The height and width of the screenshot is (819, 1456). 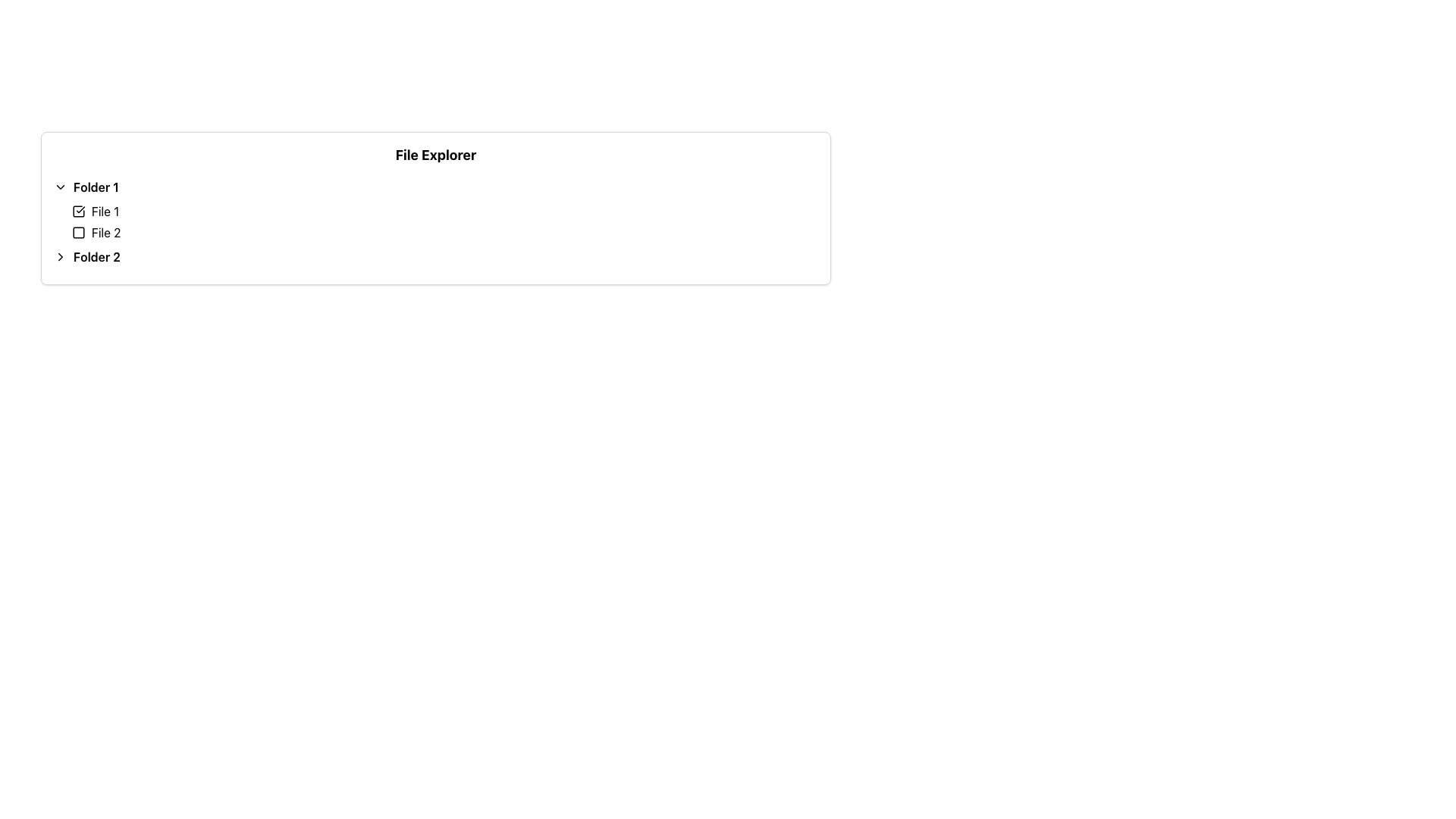 I want to click on the unselected checkbox for 'File 2' located in the tree-view list under 'Folder 1', so click(x=78, y=233).